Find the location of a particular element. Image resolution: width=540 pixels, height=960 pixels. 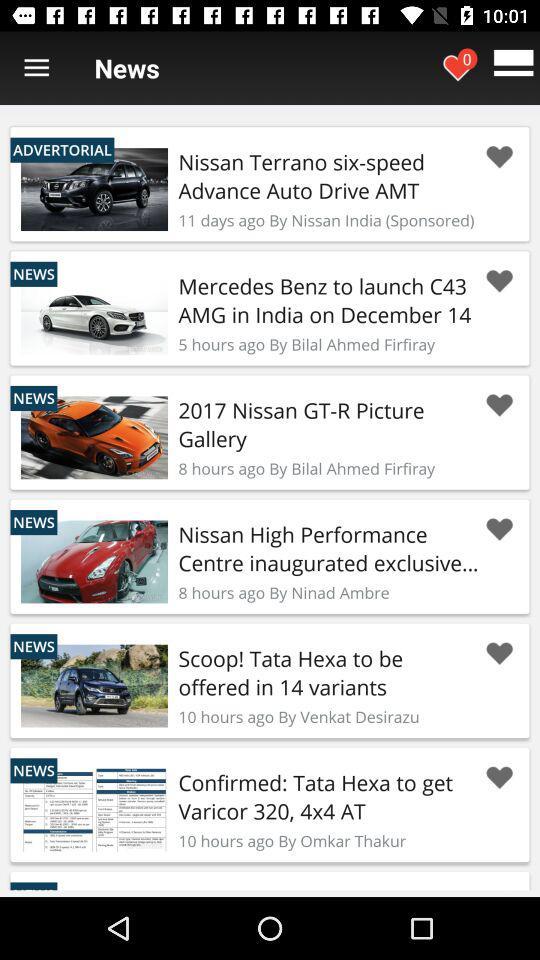

like option is located at coordinates (498, 156).